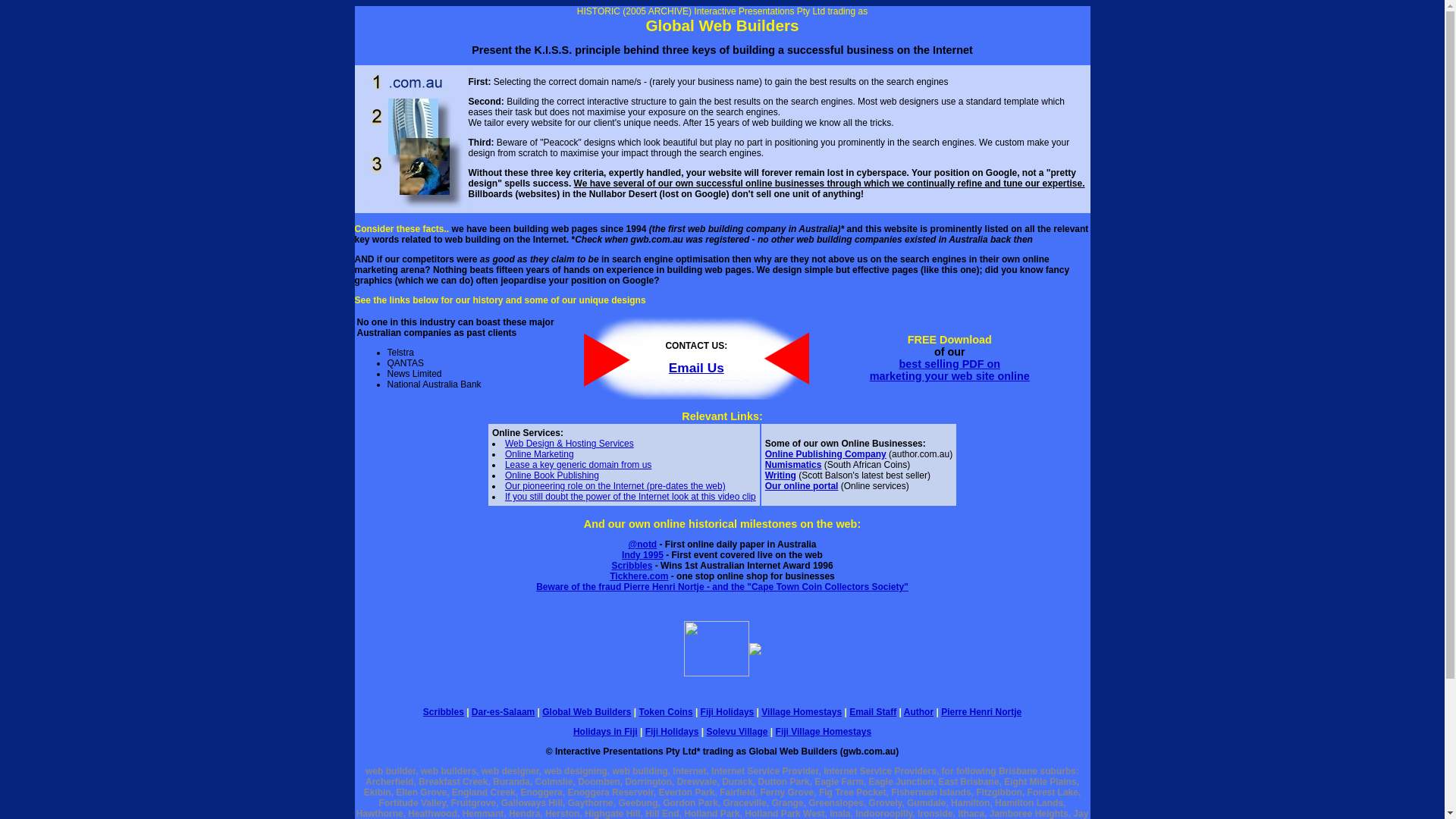 This screenshot has height=819, width=1456. What do you see at coordinates (604, 730) in the screenshot?
I see `'Holidays in Fiji'` at bounding box center [604, 730].